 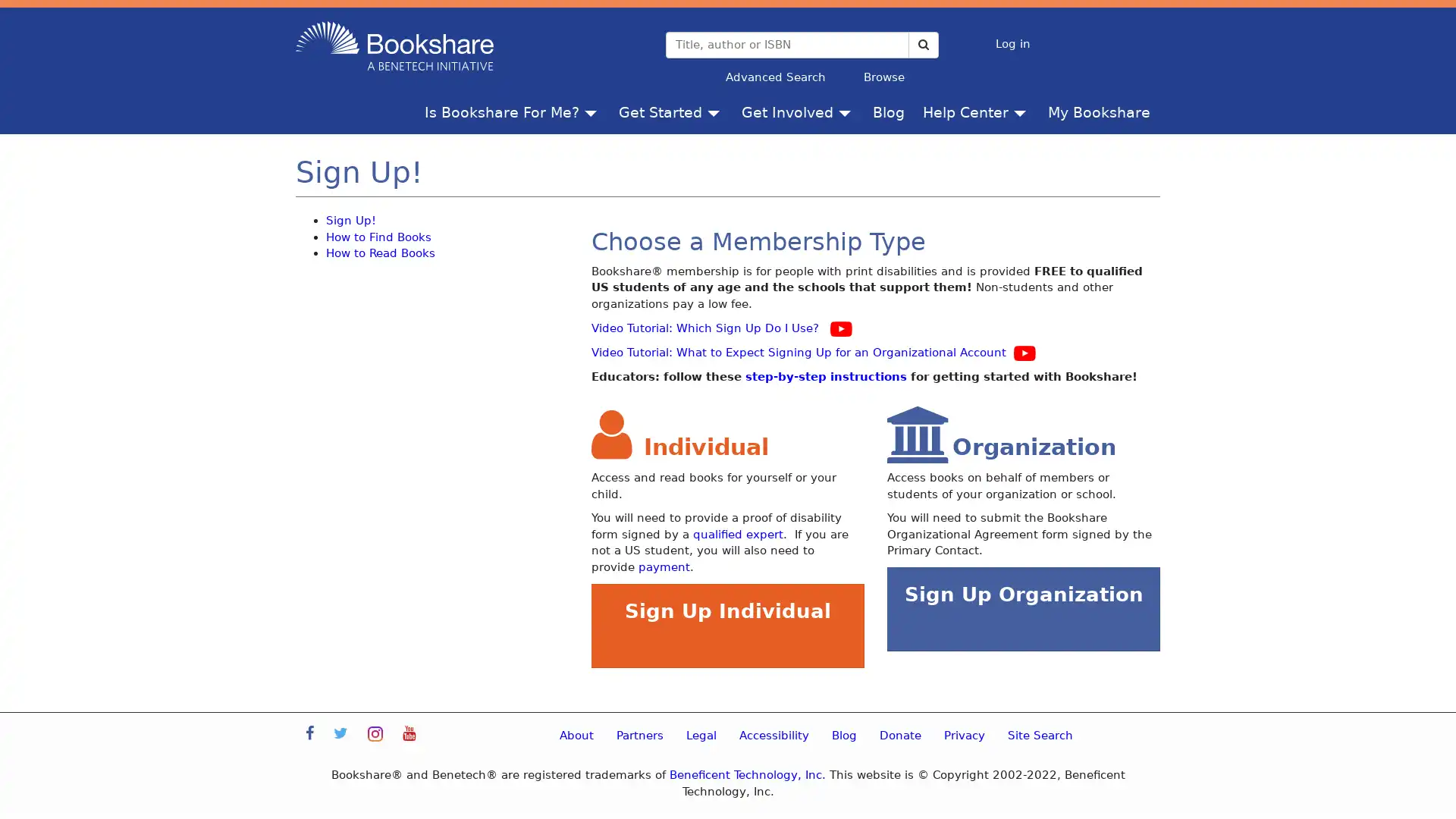 I want to click on Is Bookshare For Me? menu, so click(x=593, y=111).